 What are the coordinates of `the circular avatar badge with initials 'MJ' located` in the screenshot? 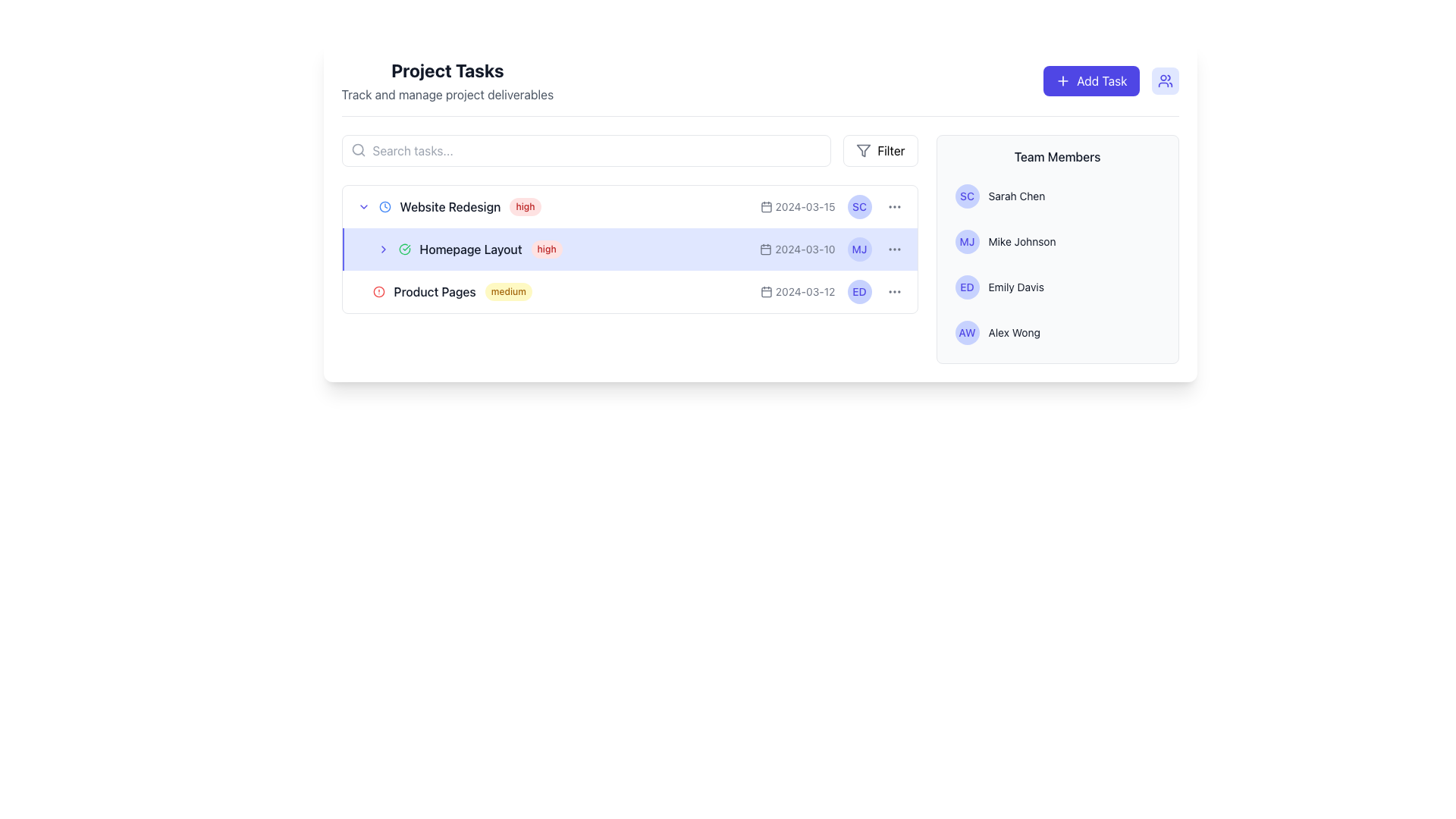 It's located at (966, 241).